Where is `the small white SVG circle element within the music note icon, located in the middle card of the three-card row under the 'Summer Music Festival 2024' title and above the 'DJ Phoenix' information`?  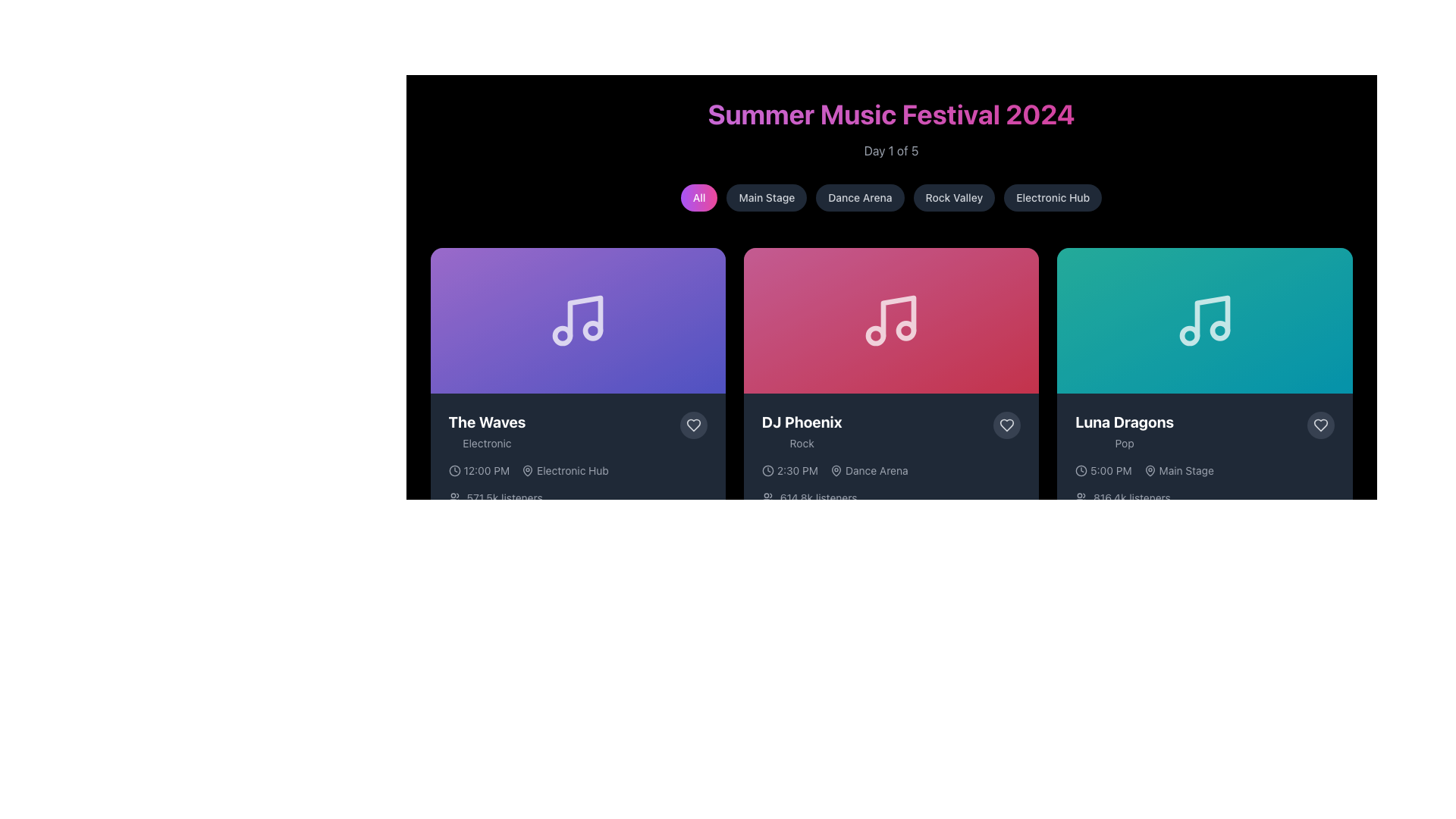 the small white SVG circle element within the music note icon, located in the middle card of the three-card row under the 'Summer Music Festival 2024' title and above the 'DJ Phoenix' information is located at coordinates (906, 330).